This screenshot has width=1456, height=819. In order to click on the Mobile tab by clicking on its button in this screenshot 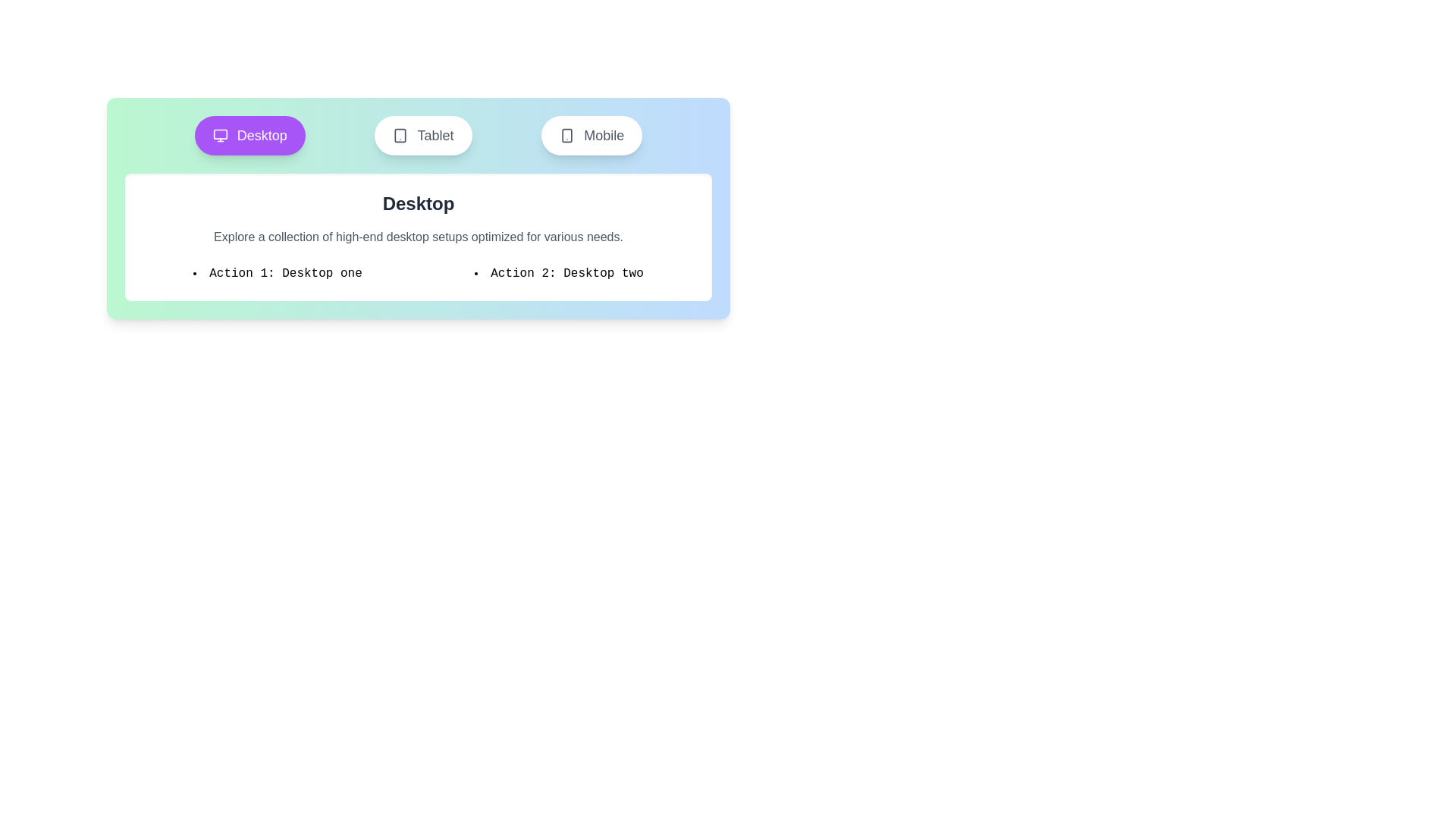, I will do `click(591, 134)`.